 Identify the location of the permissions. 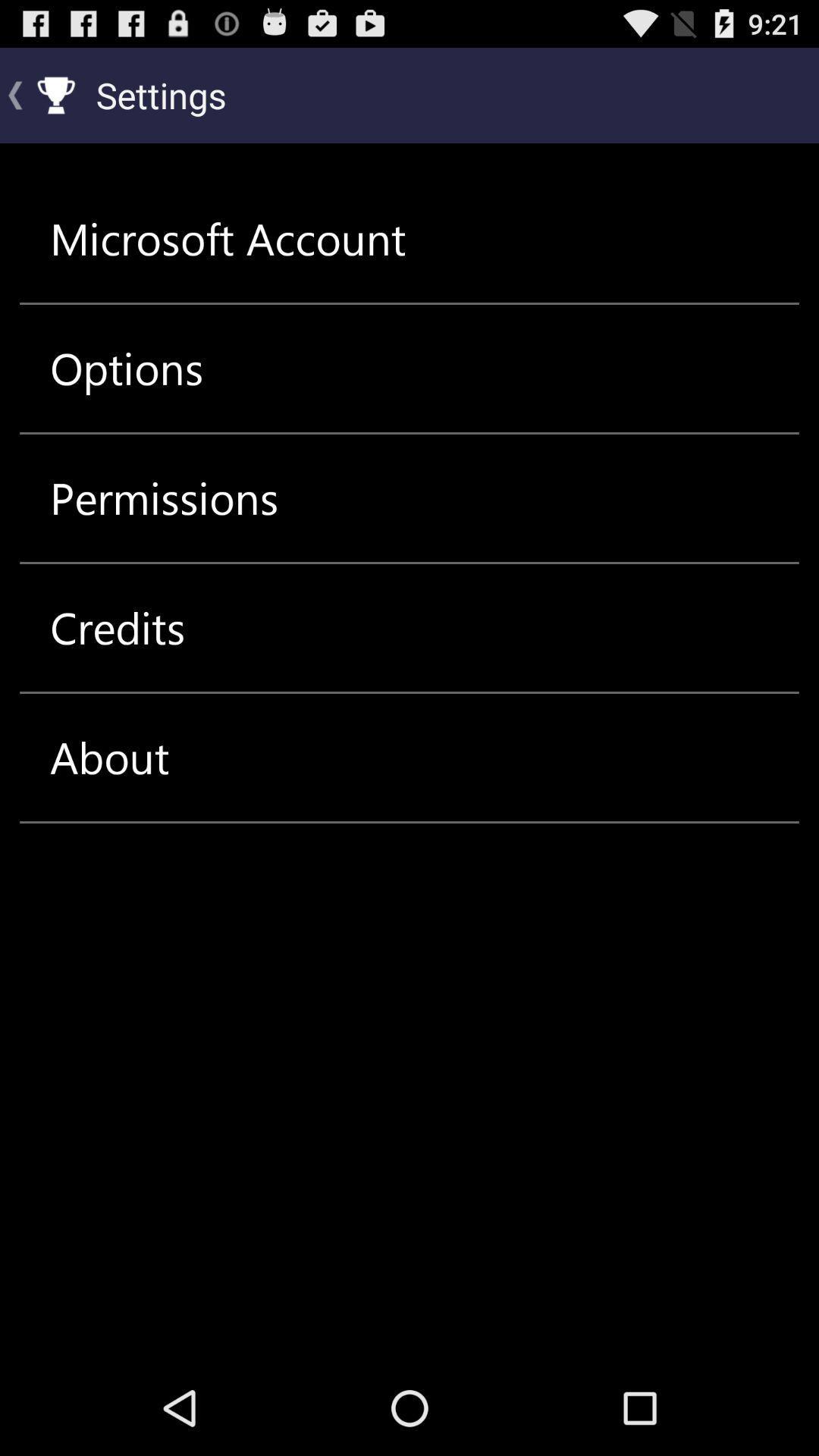
(164, 498).